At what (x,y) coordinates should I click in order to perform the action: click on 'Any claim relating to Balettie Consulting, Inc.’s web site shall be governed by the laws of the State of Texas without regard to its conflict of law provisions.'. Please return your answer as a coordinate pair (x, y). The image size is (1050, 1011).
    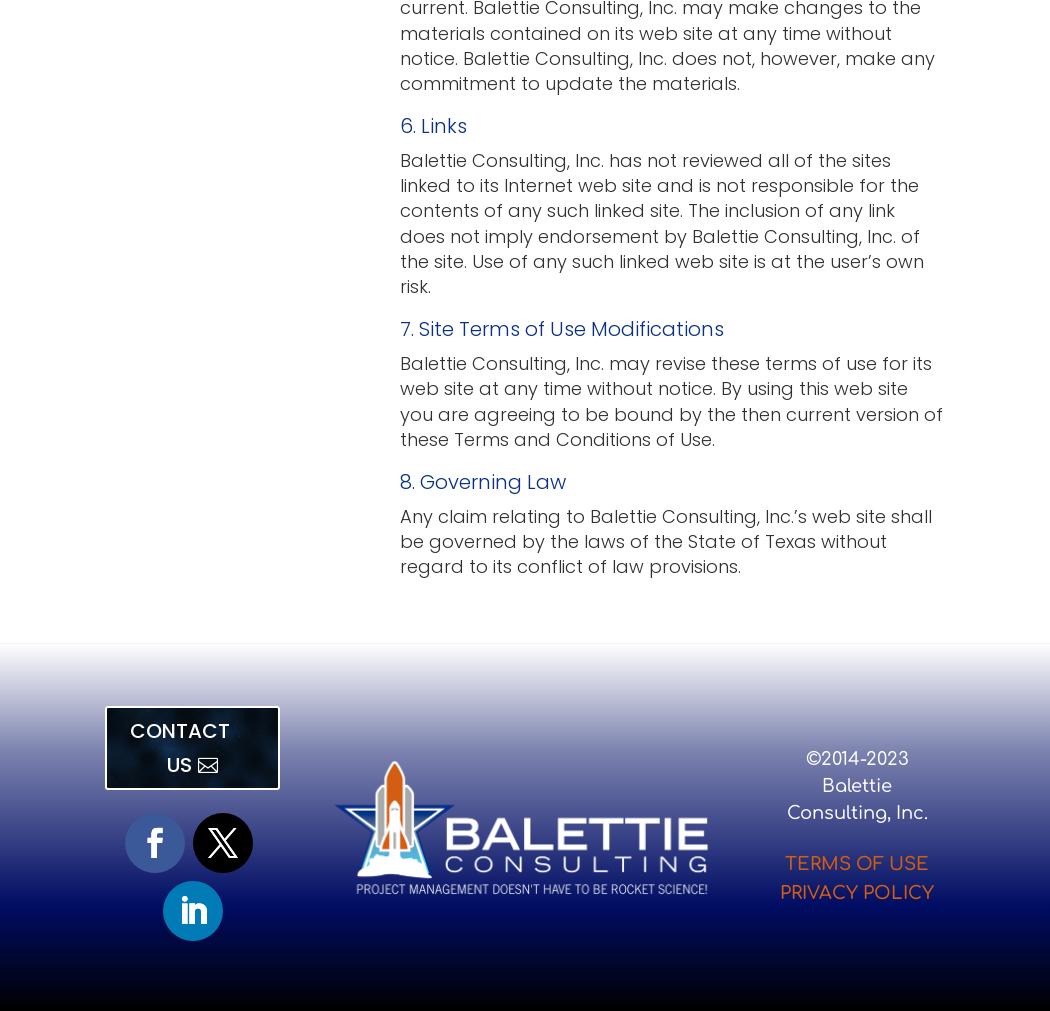
    Looking at the image, I should click on (665, 540).